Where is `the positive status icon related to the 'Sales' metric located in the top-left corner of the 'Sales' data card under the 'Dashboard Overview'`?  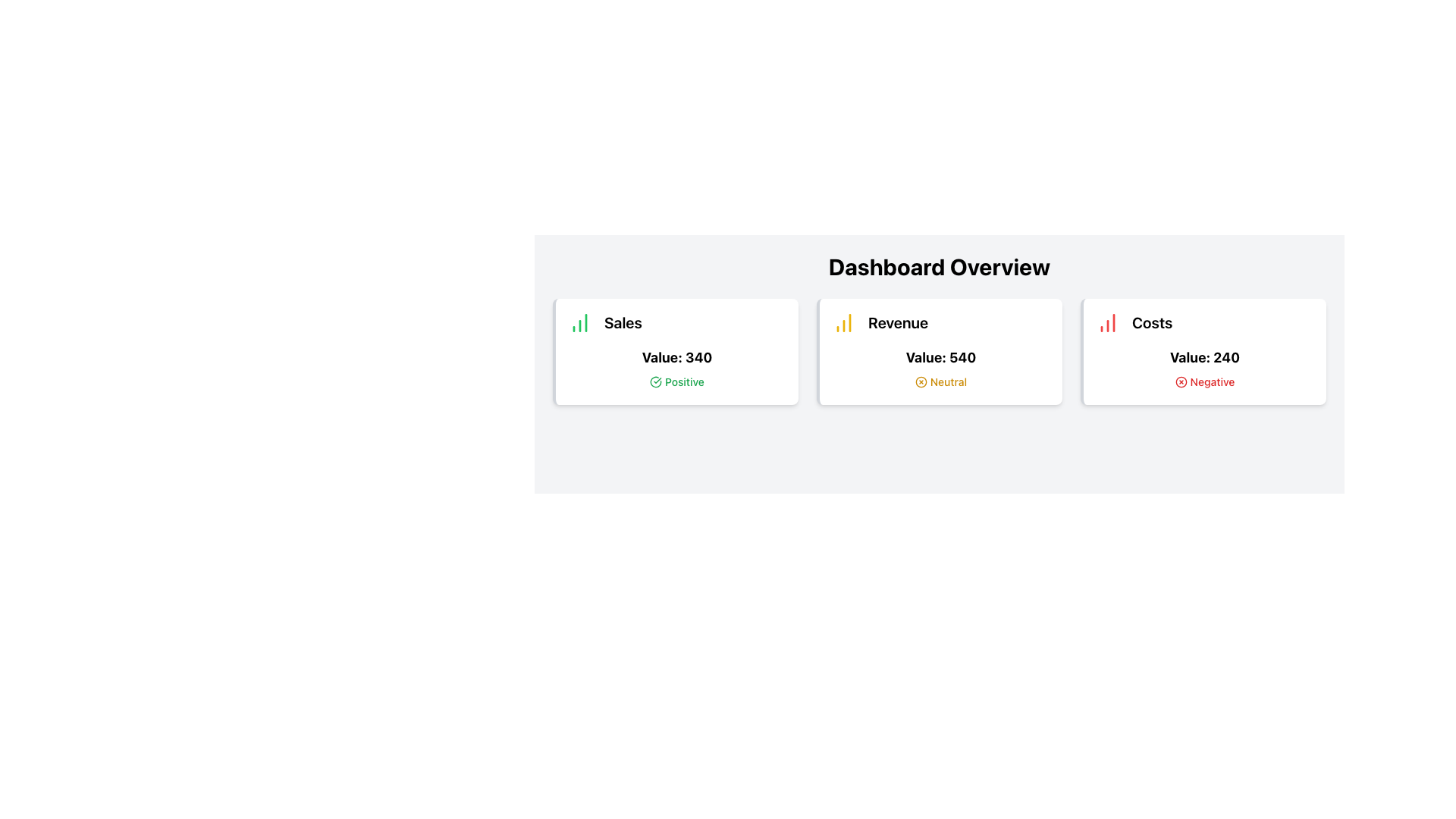 the positive status icon related to the 'Sales' metric located in the top-left corner of the 'Sales' data card under the 'Dashboard Overview' is located at coordinates (656, 381).